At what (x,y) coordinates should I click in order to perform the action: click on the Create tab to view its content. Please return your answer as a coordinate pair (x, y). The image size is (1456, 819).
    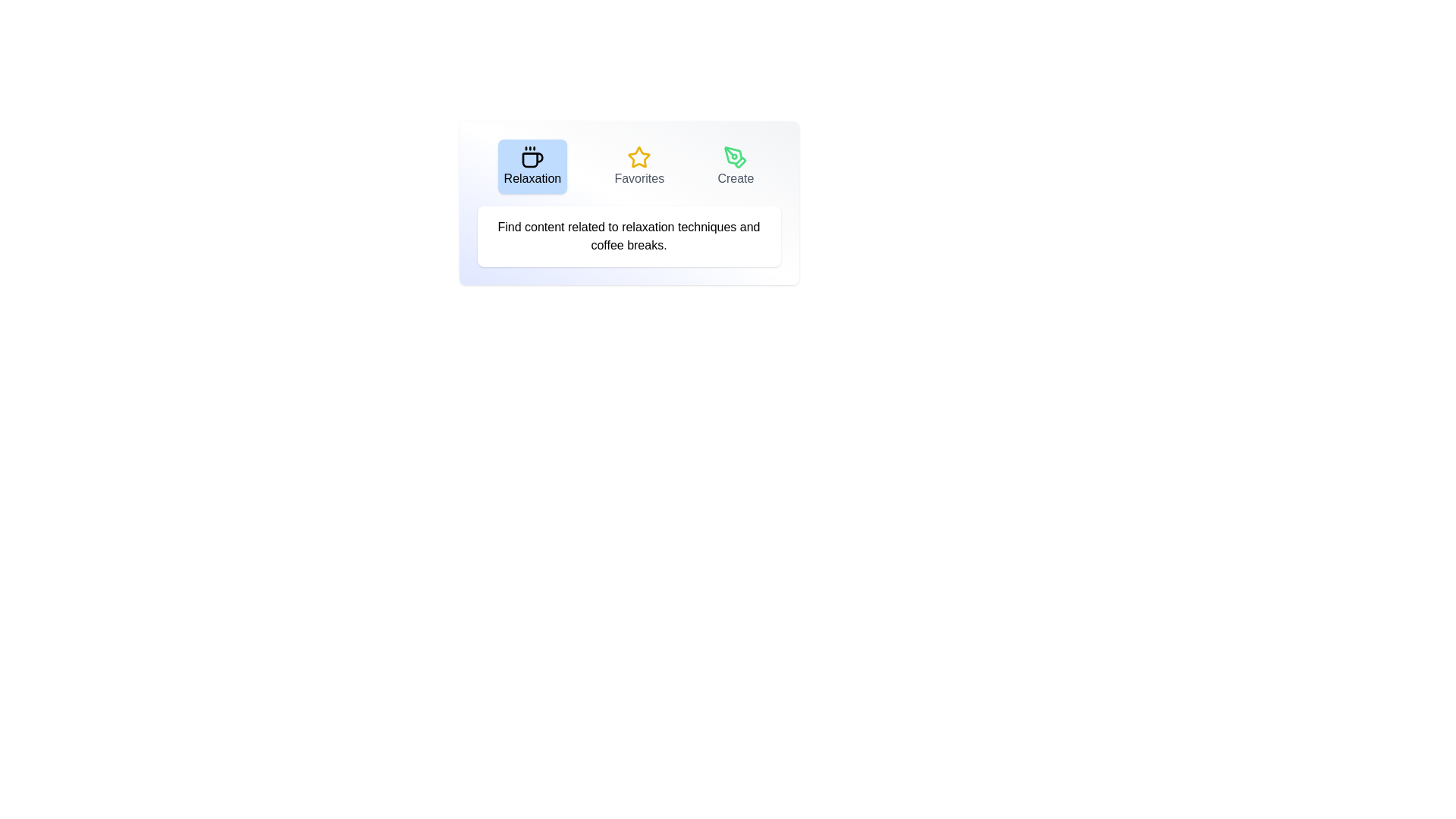
    Looking at the image, I should click on (735, 166).